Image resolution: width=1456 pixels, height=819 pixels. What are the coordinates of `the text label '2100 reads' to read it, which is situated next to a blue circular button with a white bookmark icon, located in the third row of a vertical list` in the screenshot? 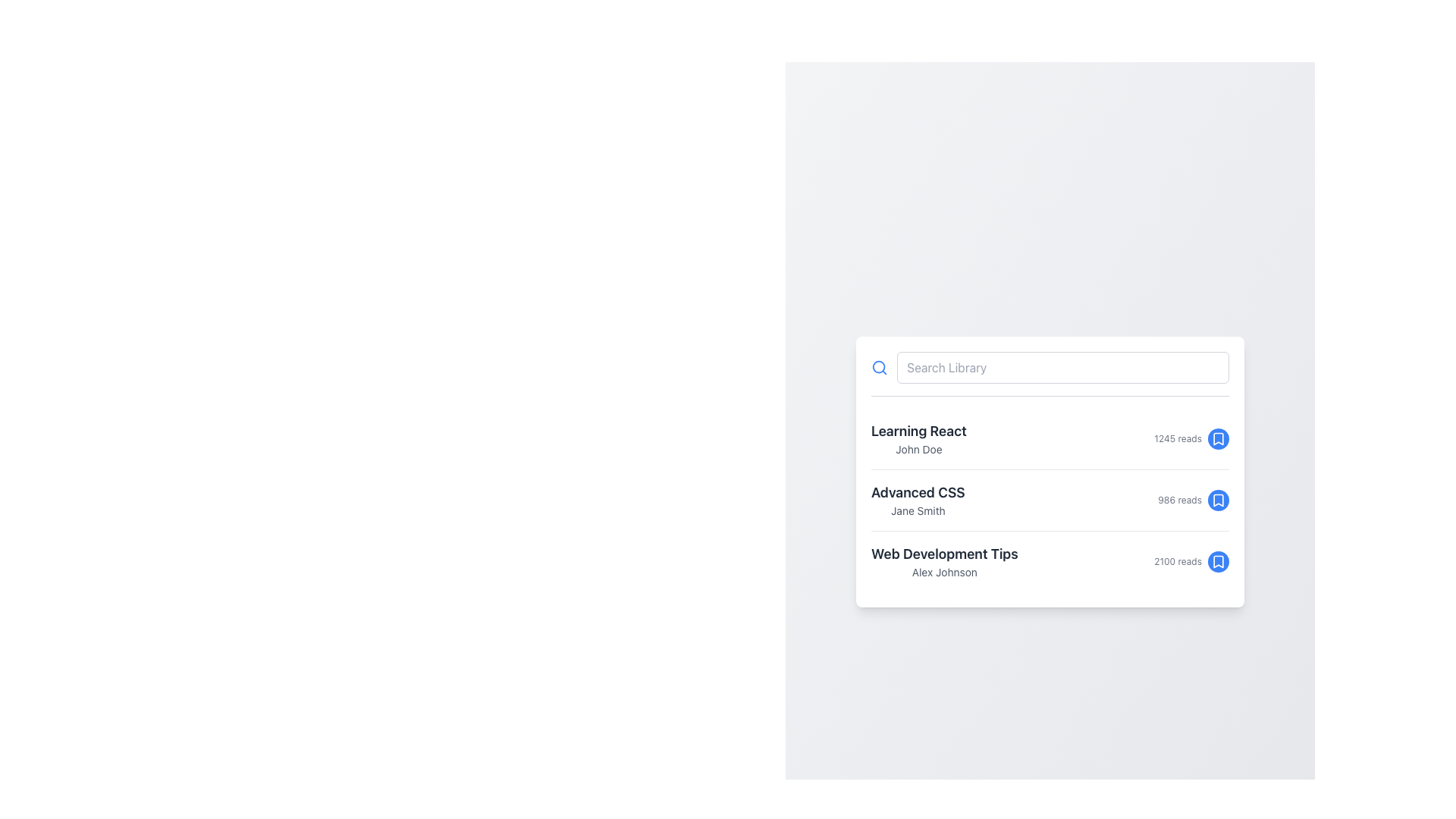 It's located at (1191, 561).